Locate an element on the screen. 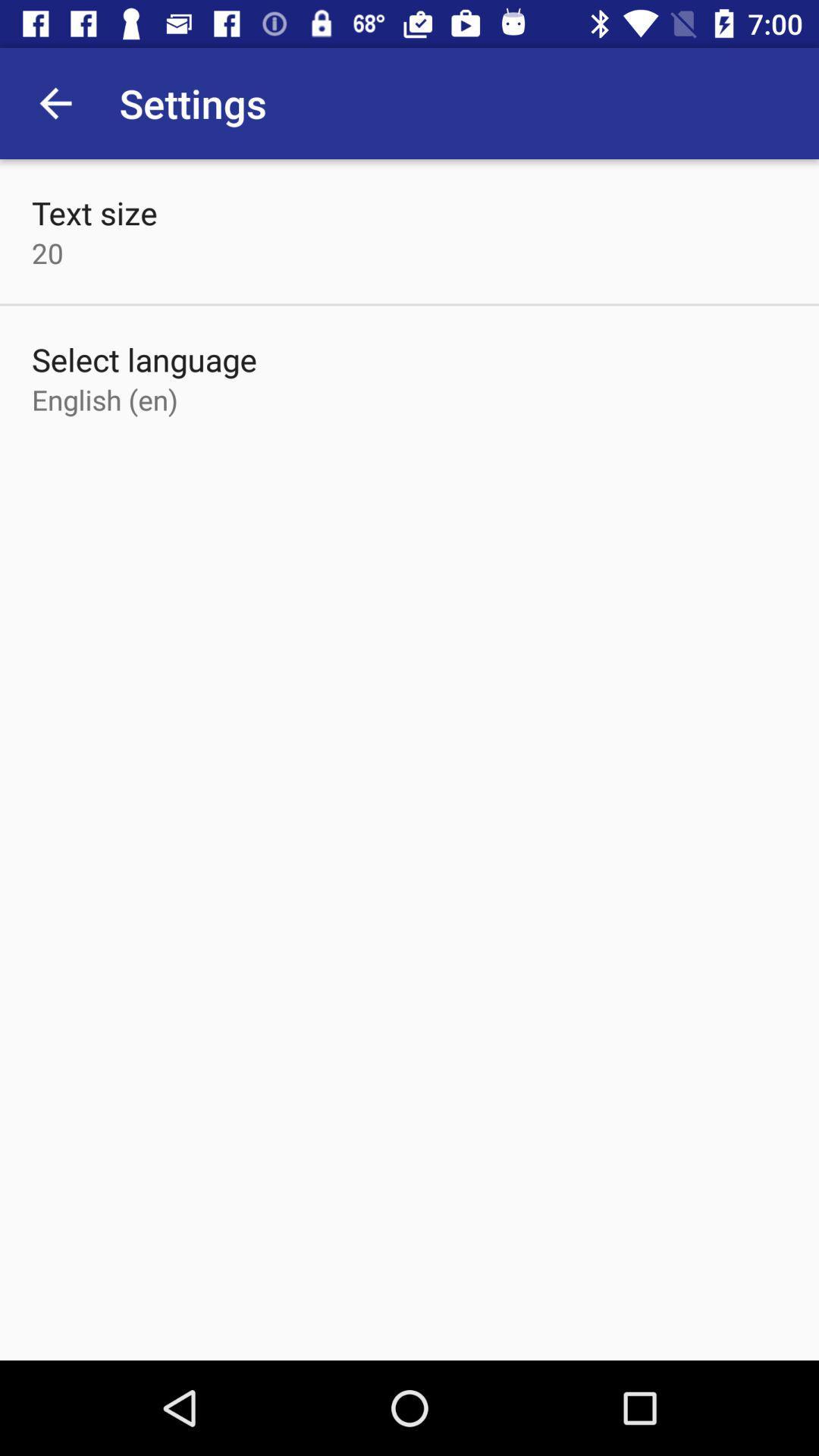 This screenshot has height=1456, width=819. the item below the select language item is located at coordinates (104, 400).